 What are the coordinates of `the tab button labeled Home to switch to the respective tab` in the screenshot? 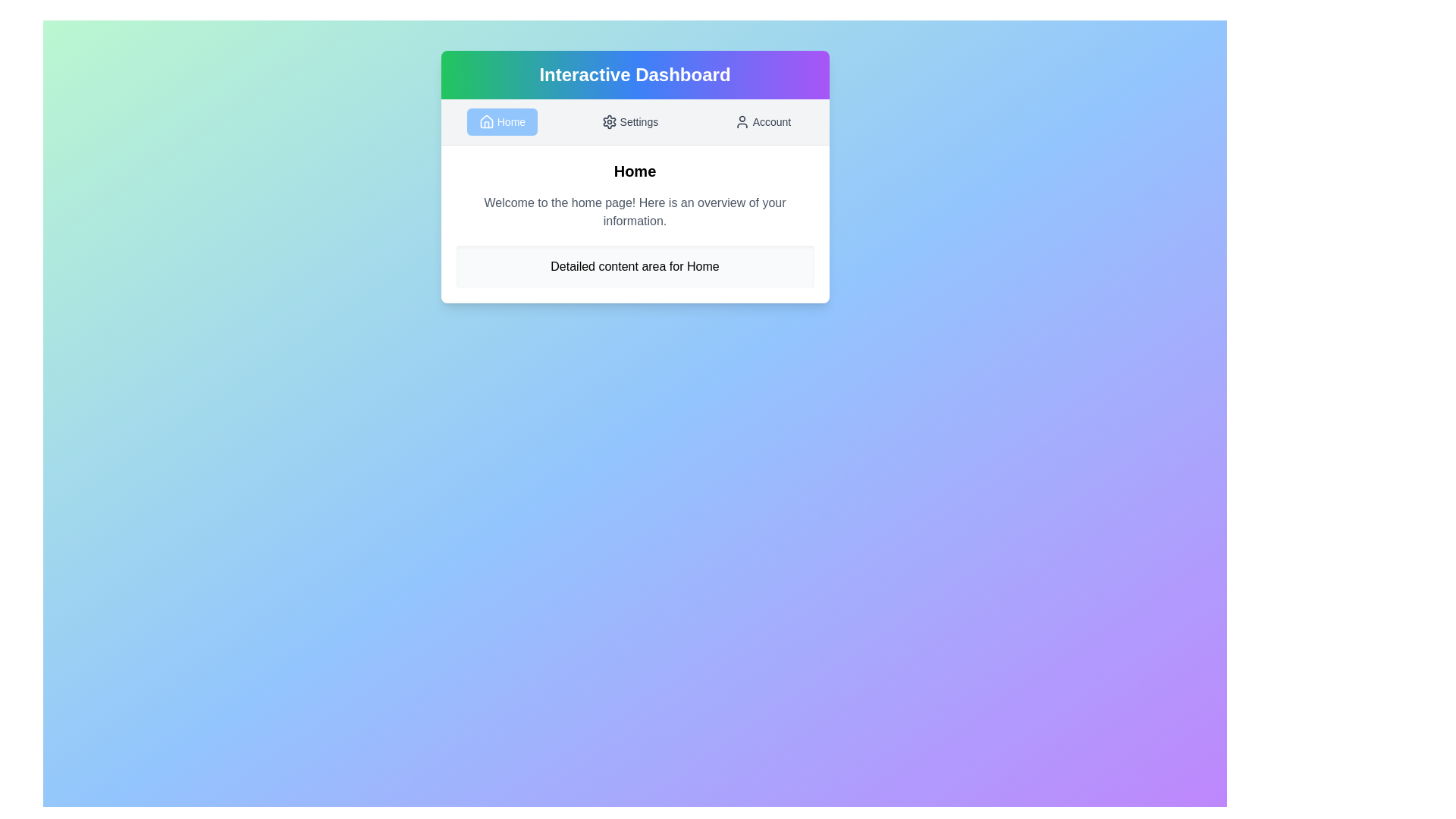 It's located at (502, 121).